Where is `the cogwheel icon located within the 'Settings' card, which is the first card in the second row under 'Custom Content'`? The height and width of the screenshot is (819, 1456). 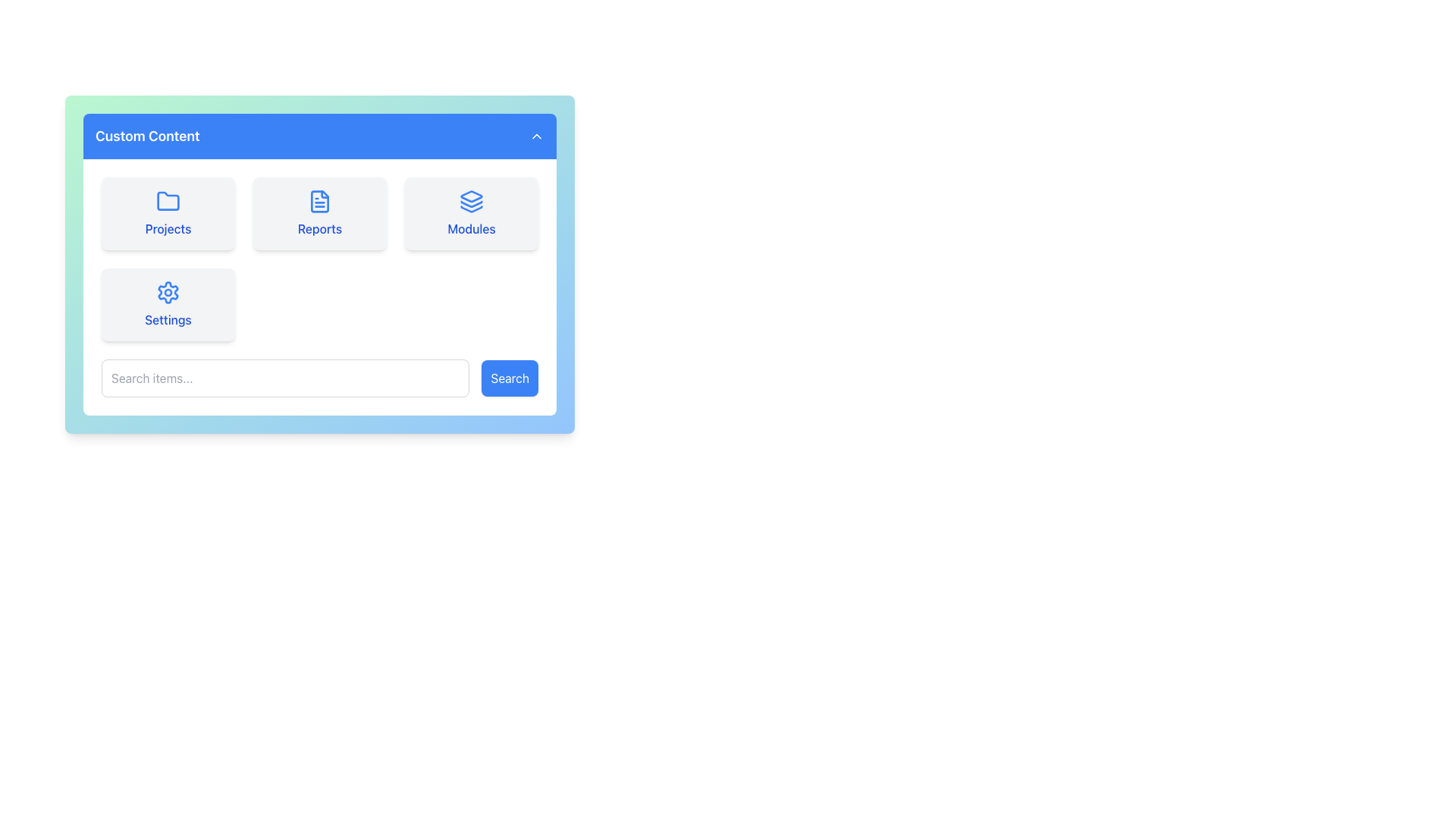 the cogwheel icon located within the 'Settings' card, which is the first card in the second row under 'Custom Content' is located at coordinates (168, 292).